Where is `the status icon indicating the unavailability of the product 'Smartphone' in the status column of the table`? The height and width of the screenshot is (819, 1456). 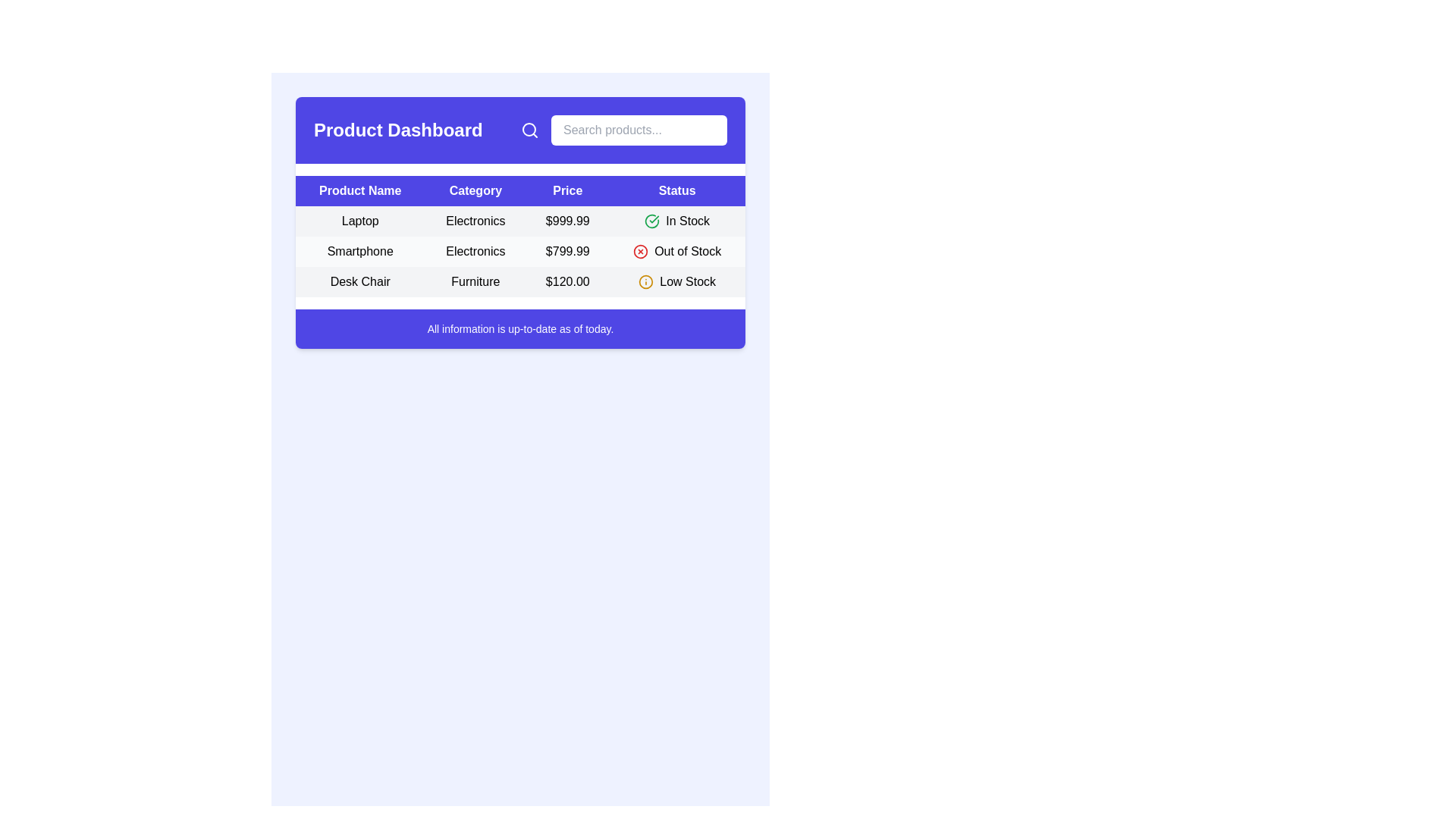
the status icon indicating the unavailability of the product 'Smartphone' in the status column of the table is located at coordinates (676, 250).